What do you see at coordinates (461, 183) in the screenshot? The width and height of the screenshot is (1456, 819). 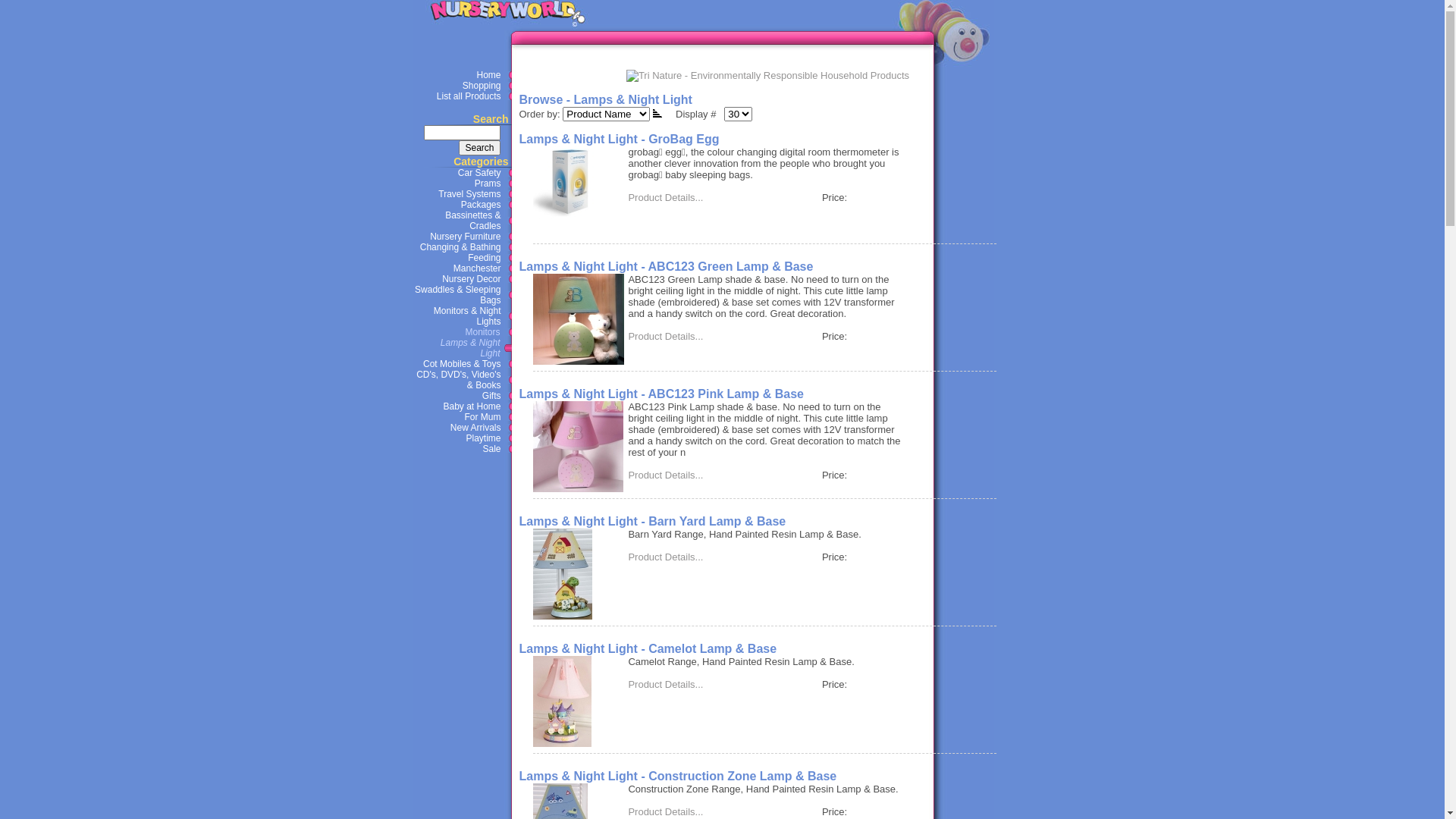 I see `'Prams'` at bounding box center [461, 183].